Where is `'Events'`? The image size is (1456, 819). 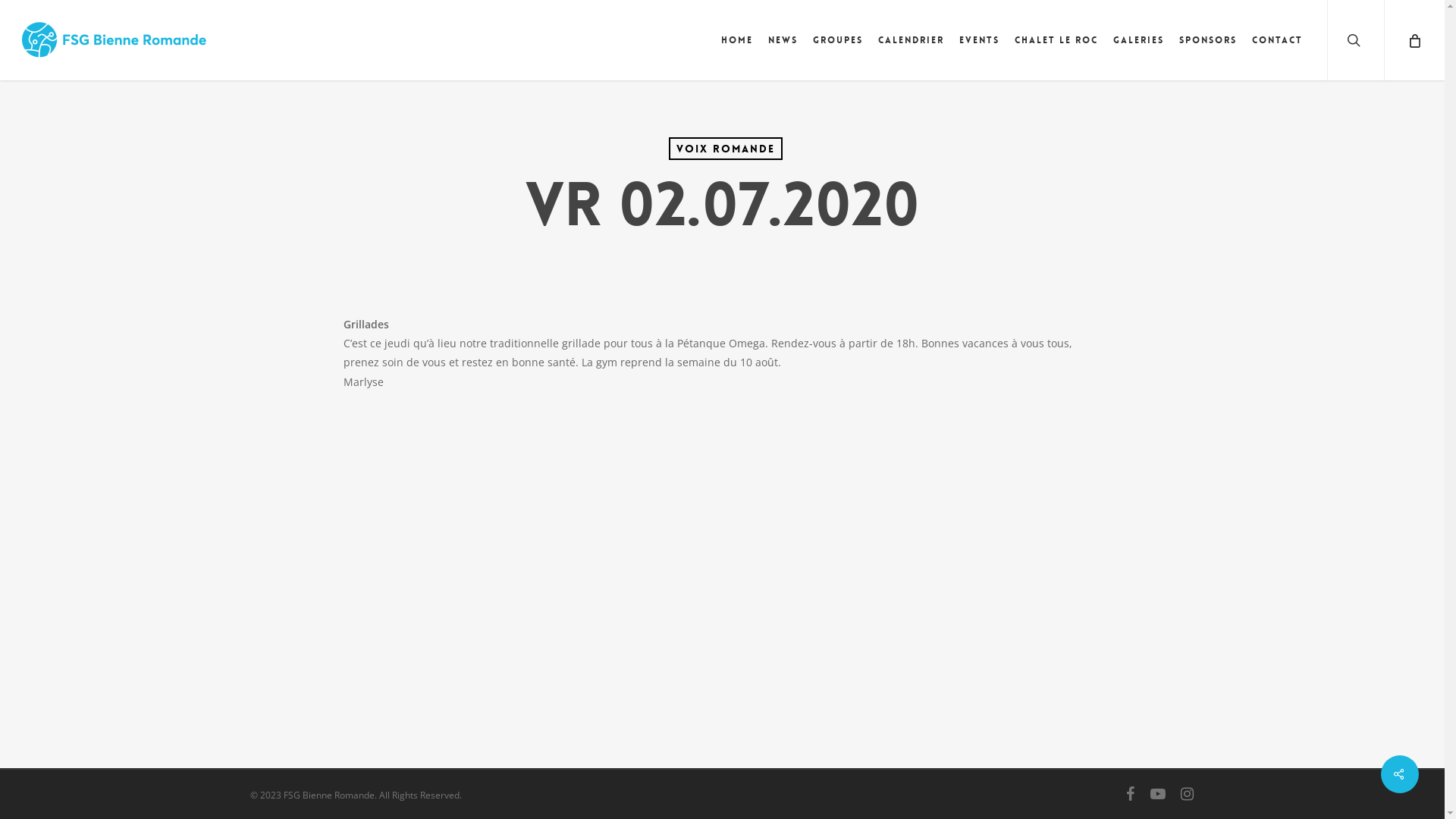 'Events' is located at coordinates (979, 39).